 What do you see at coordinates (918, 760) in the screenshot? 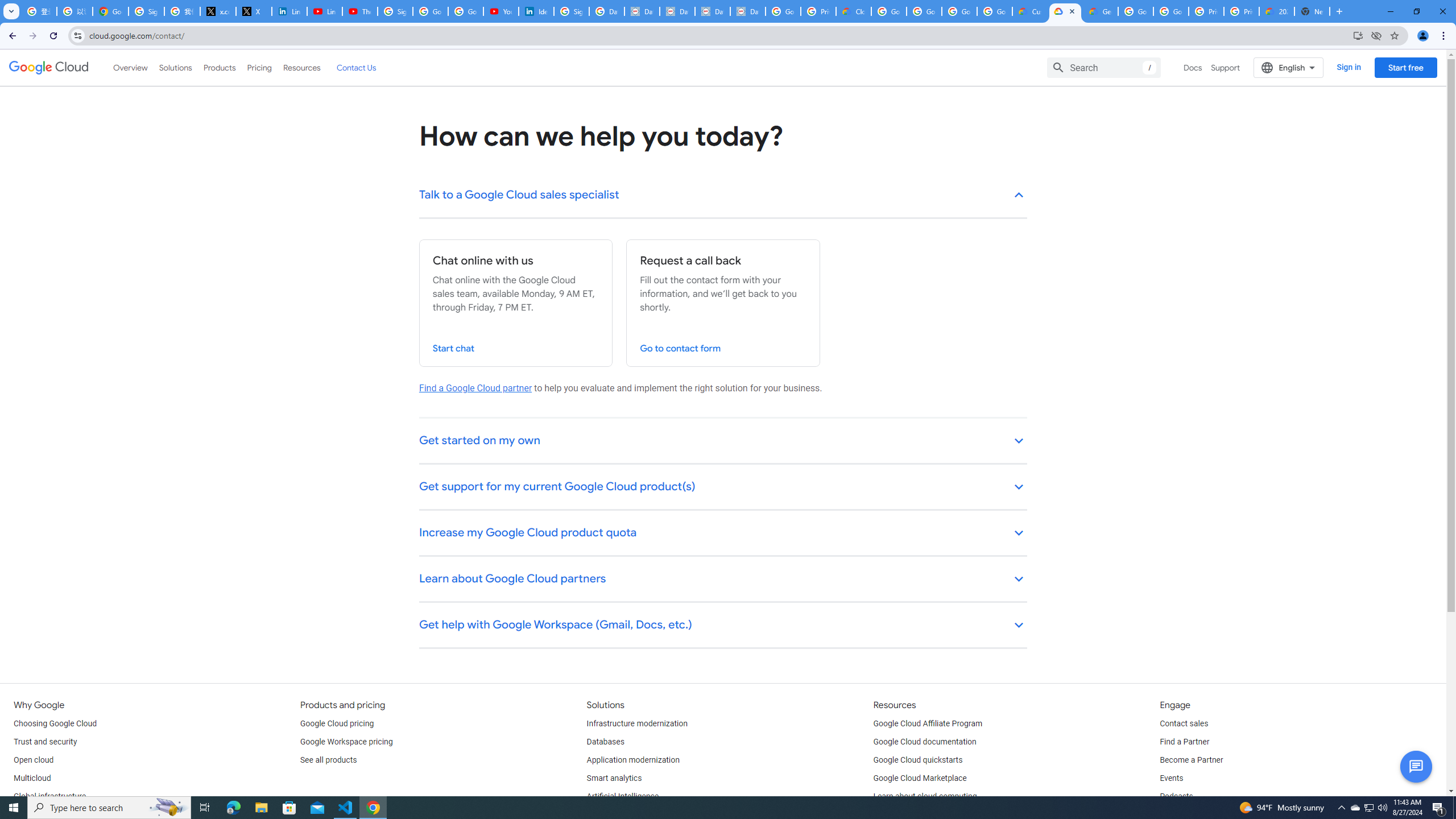
I see `'Google Cloud quickstarts'` at bounding box center [918, 760].